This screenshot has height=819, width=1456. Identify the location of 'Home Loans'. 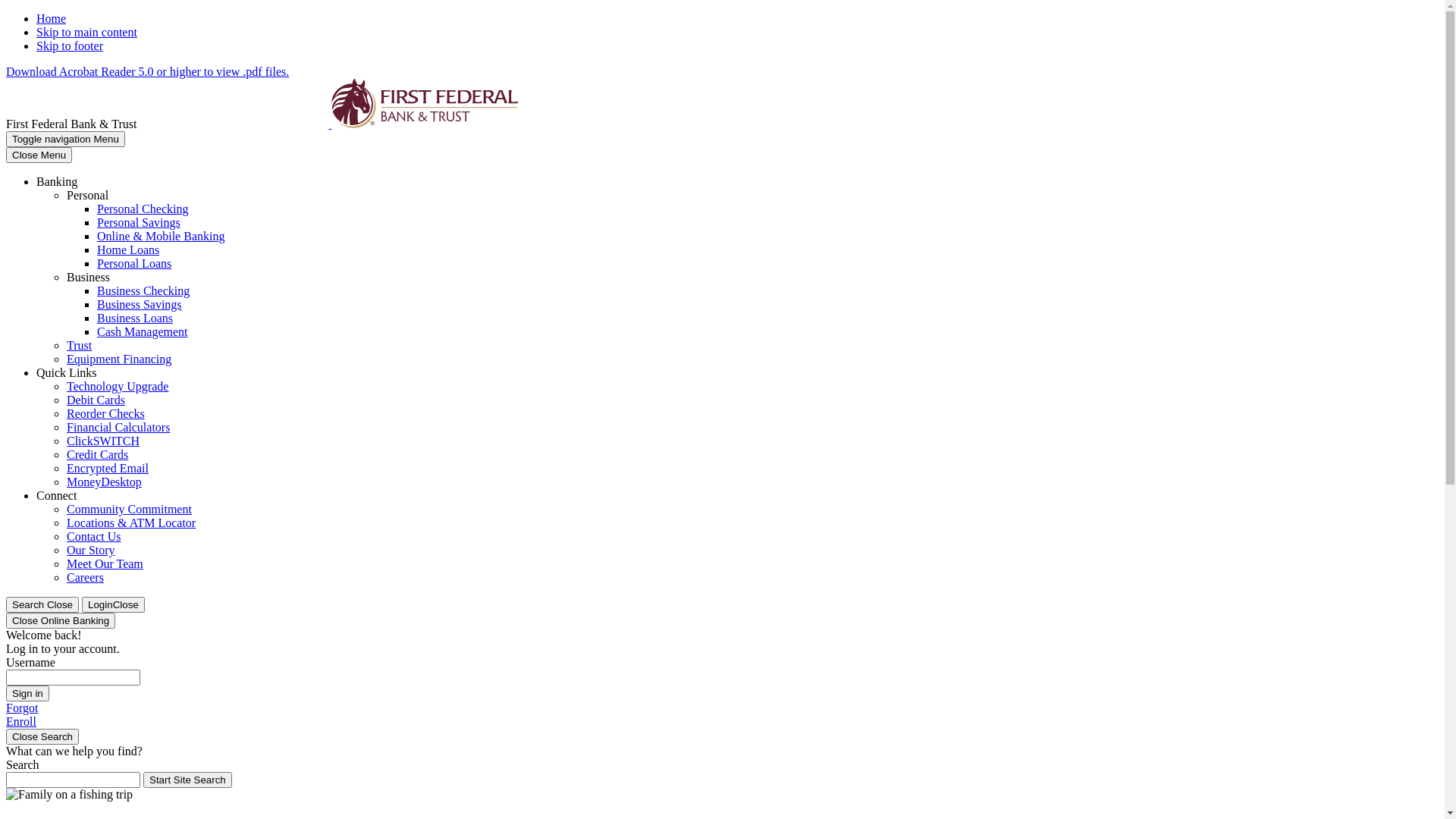
(127, 249).